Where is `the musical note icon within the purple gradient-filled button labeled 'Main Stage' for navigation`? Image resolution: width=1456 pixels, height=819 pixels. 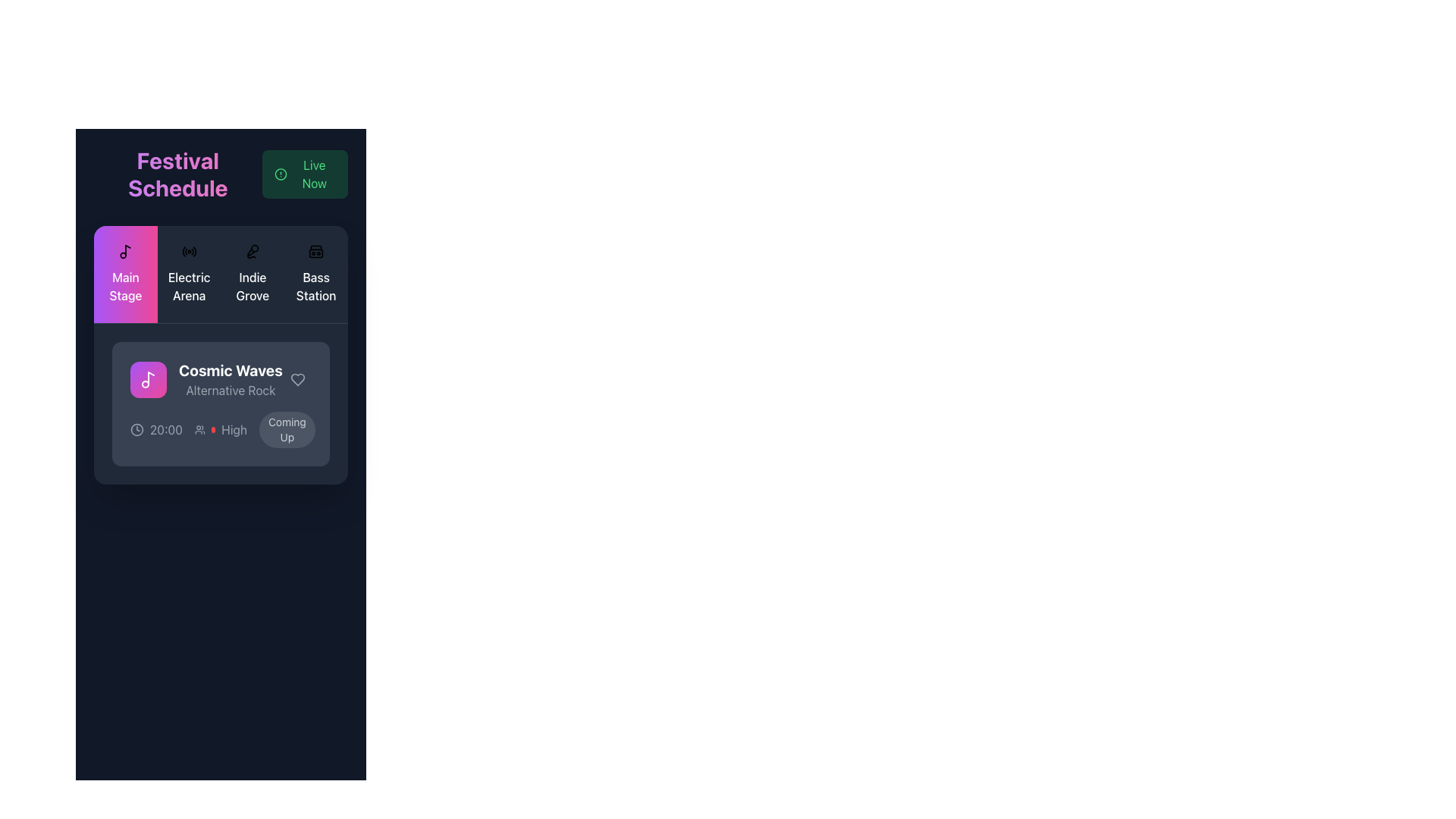
the musical note icon within the purple gradient-filled button labeled 'Main Stage' for navigation is located at coordinates (125, 250).